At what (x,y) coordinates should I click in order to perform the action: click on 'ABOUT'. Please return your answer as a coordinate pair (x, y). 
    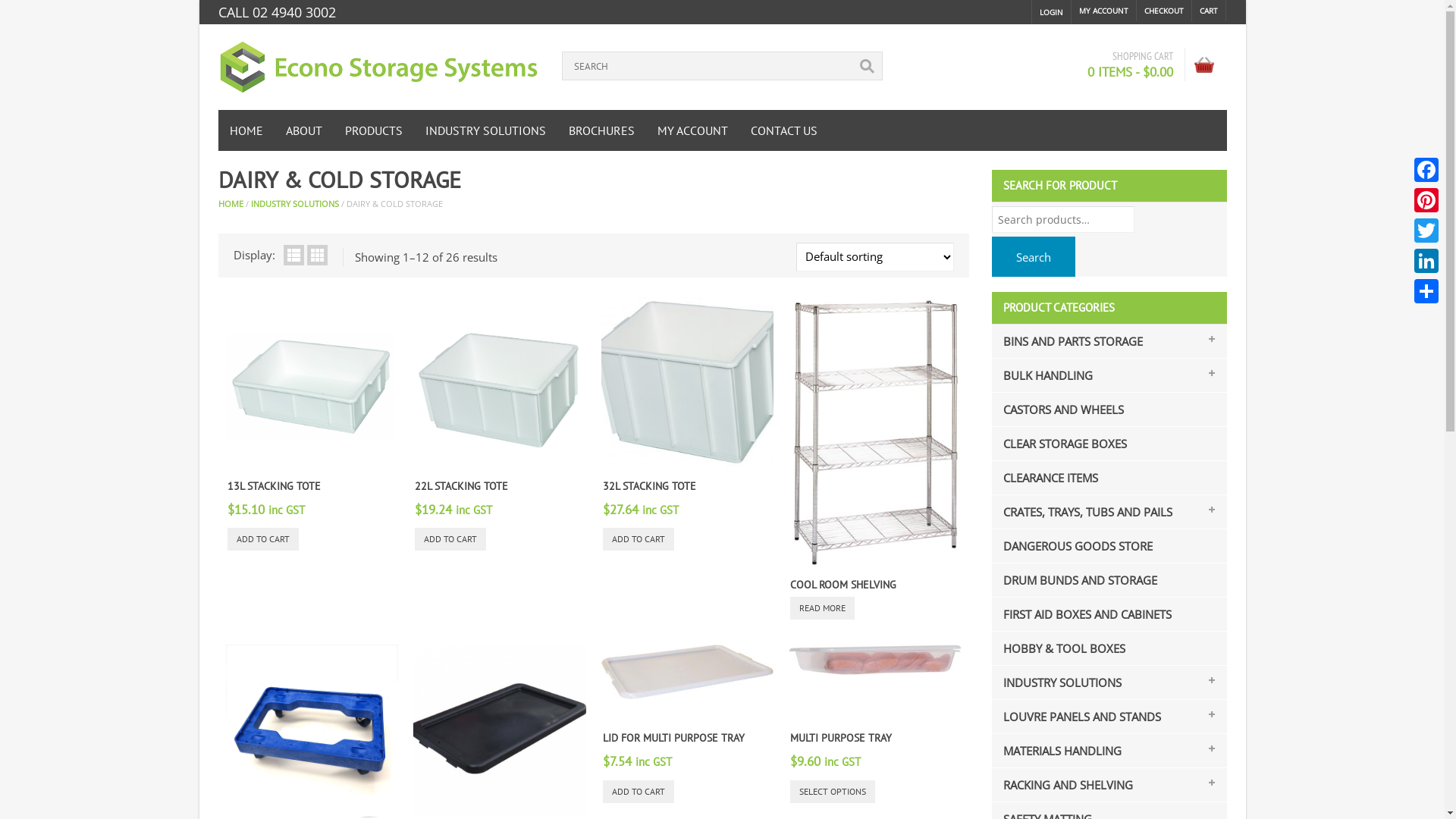
    Looking at the image, I should click on (274, 130).